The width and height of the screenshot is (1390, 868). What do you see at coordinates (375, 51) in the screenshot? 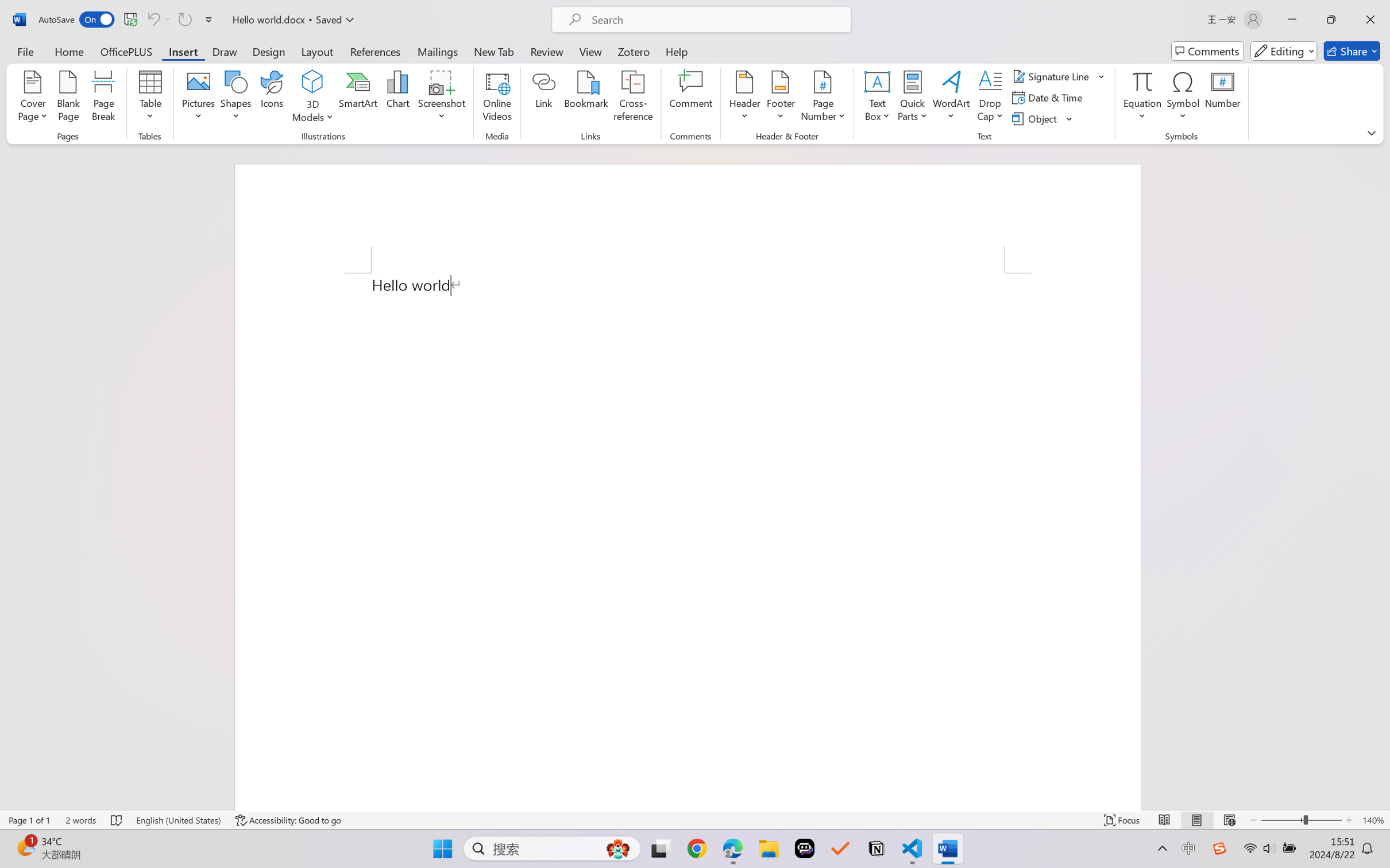
I see `'References'` at bounding box center [375, 51].